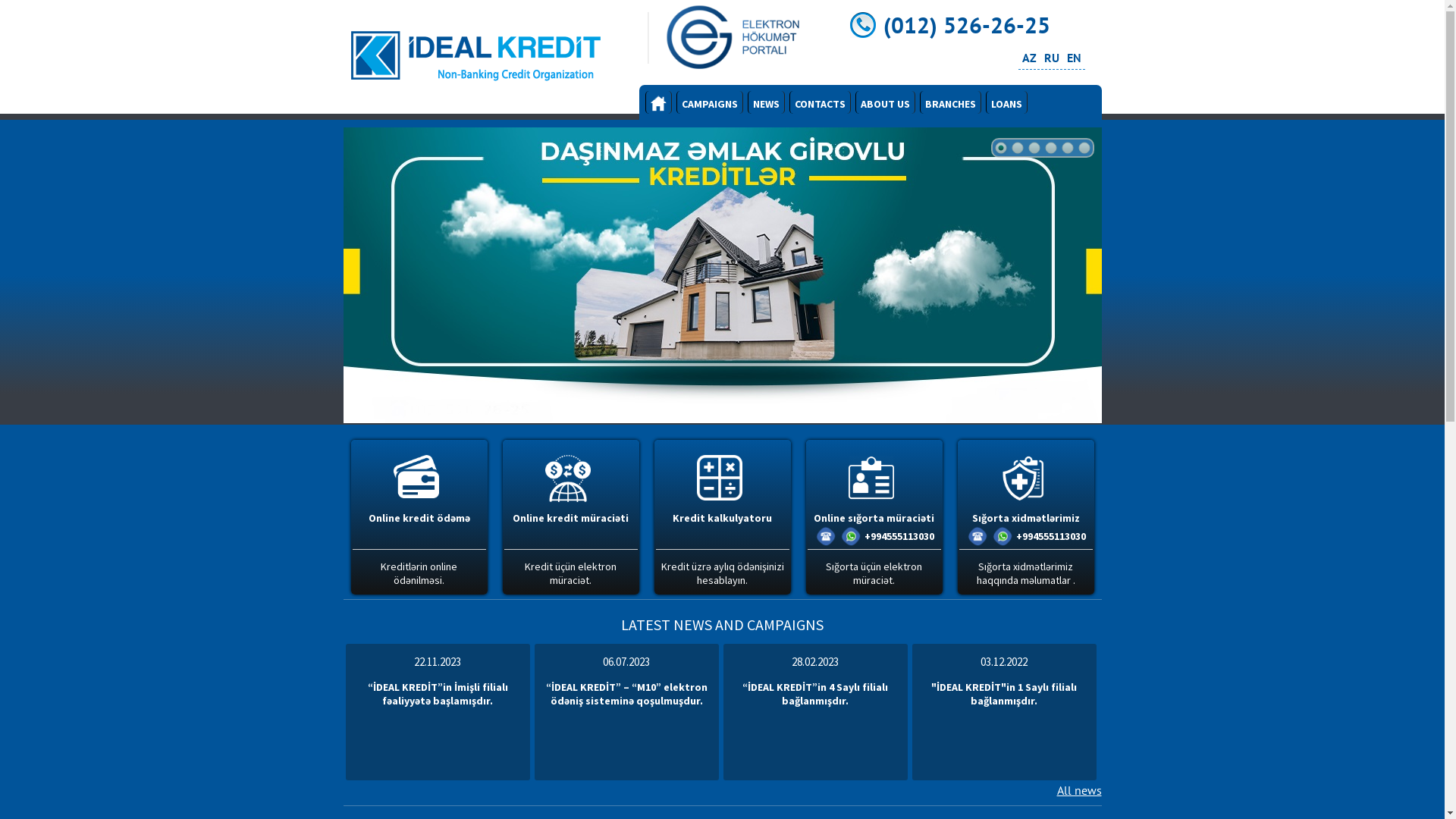  What do you see at coordinates (1033, 148) in the screenshot?
I see `'3'` at bounding box center [1033, 148].